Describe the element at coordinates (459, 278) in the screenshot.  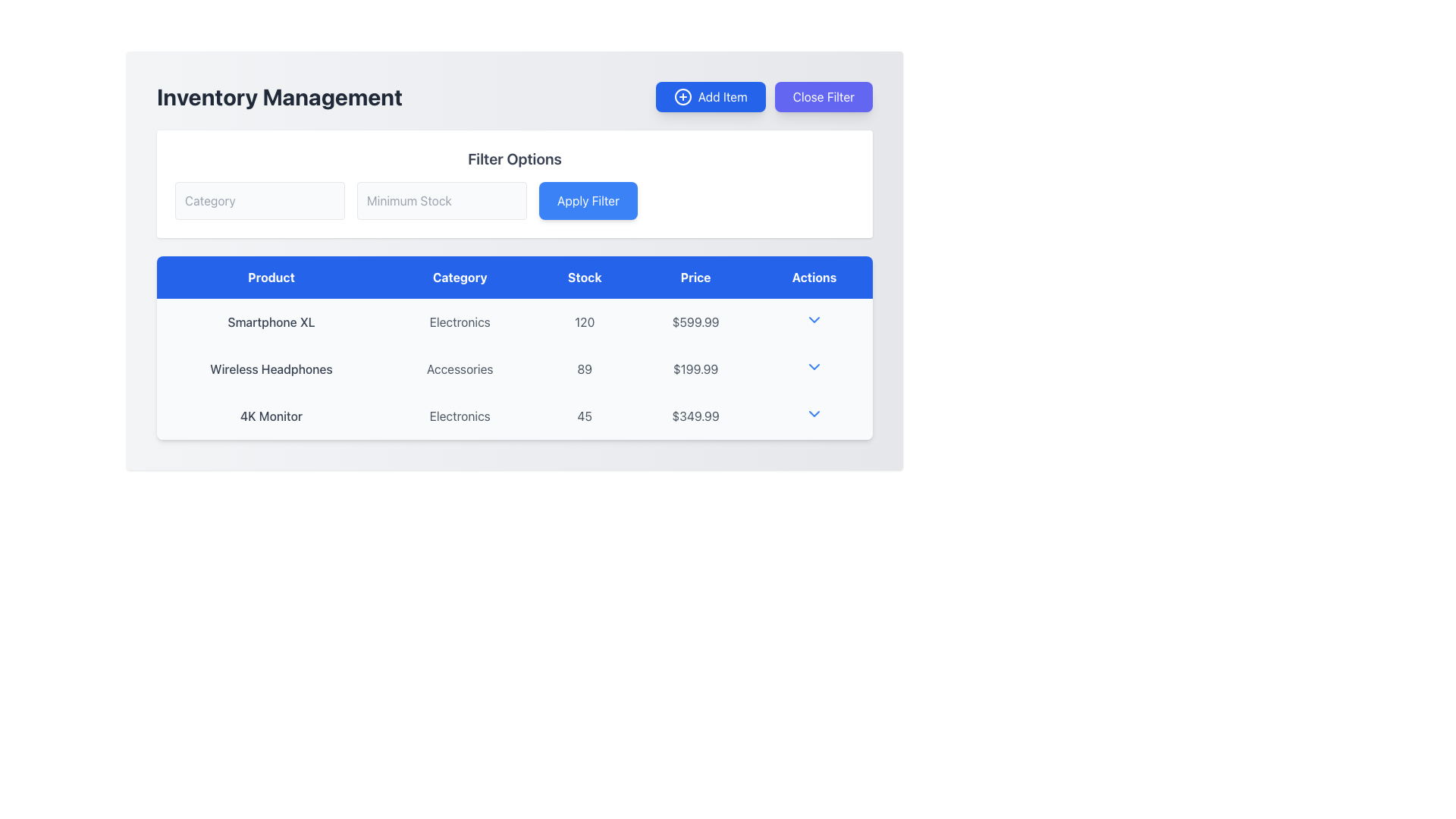
I see `the 'Category' header in the table, which is the second static text label from the left among its siblings, indicating the category of the listed products` at that location.